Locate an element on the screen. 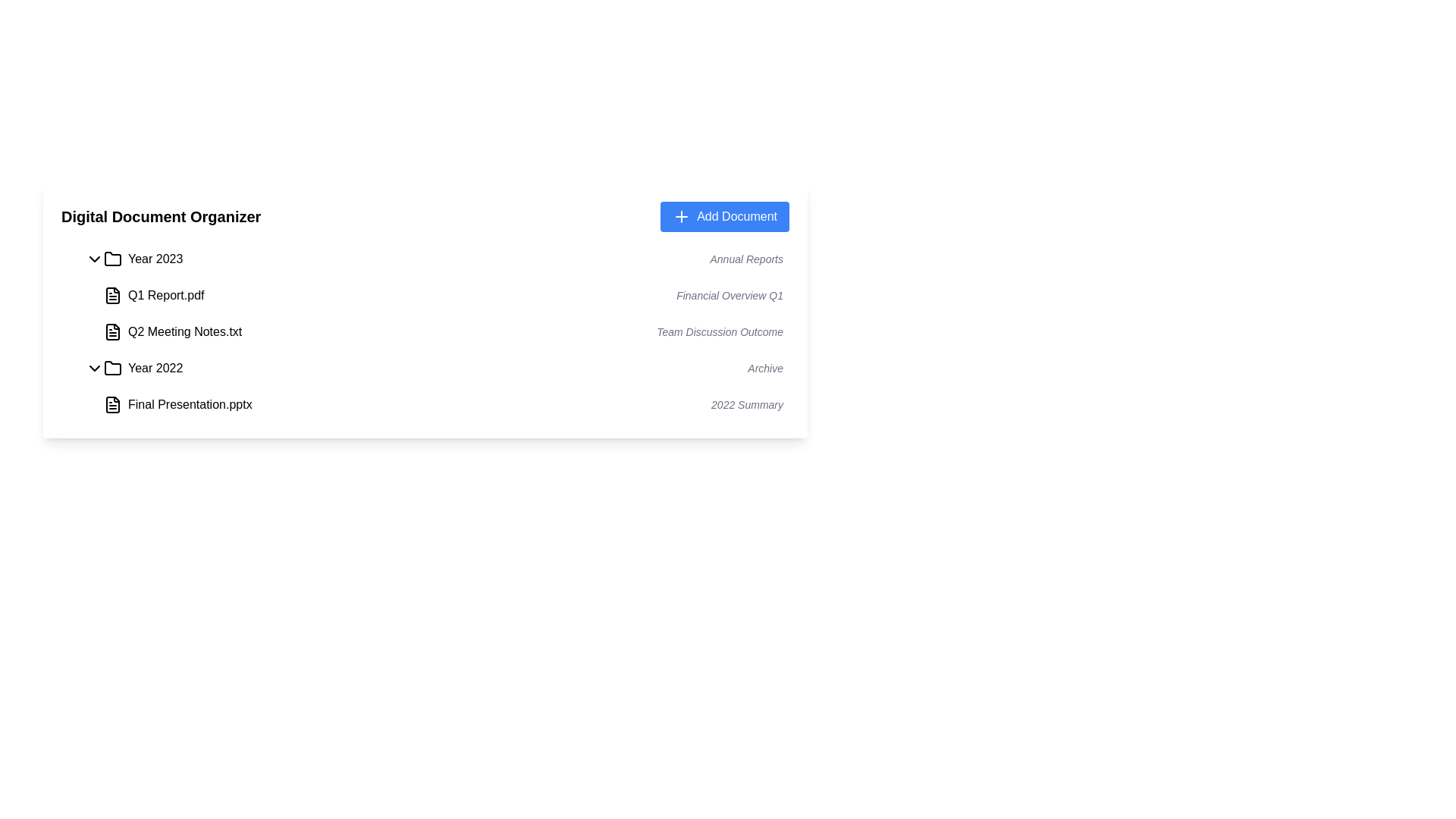  the List item representing the file 'Final Presentation.pptx' with description '2022 Summary', located in the fourth row under the 'Year 2022' folder is located at coordinates (433, 385).